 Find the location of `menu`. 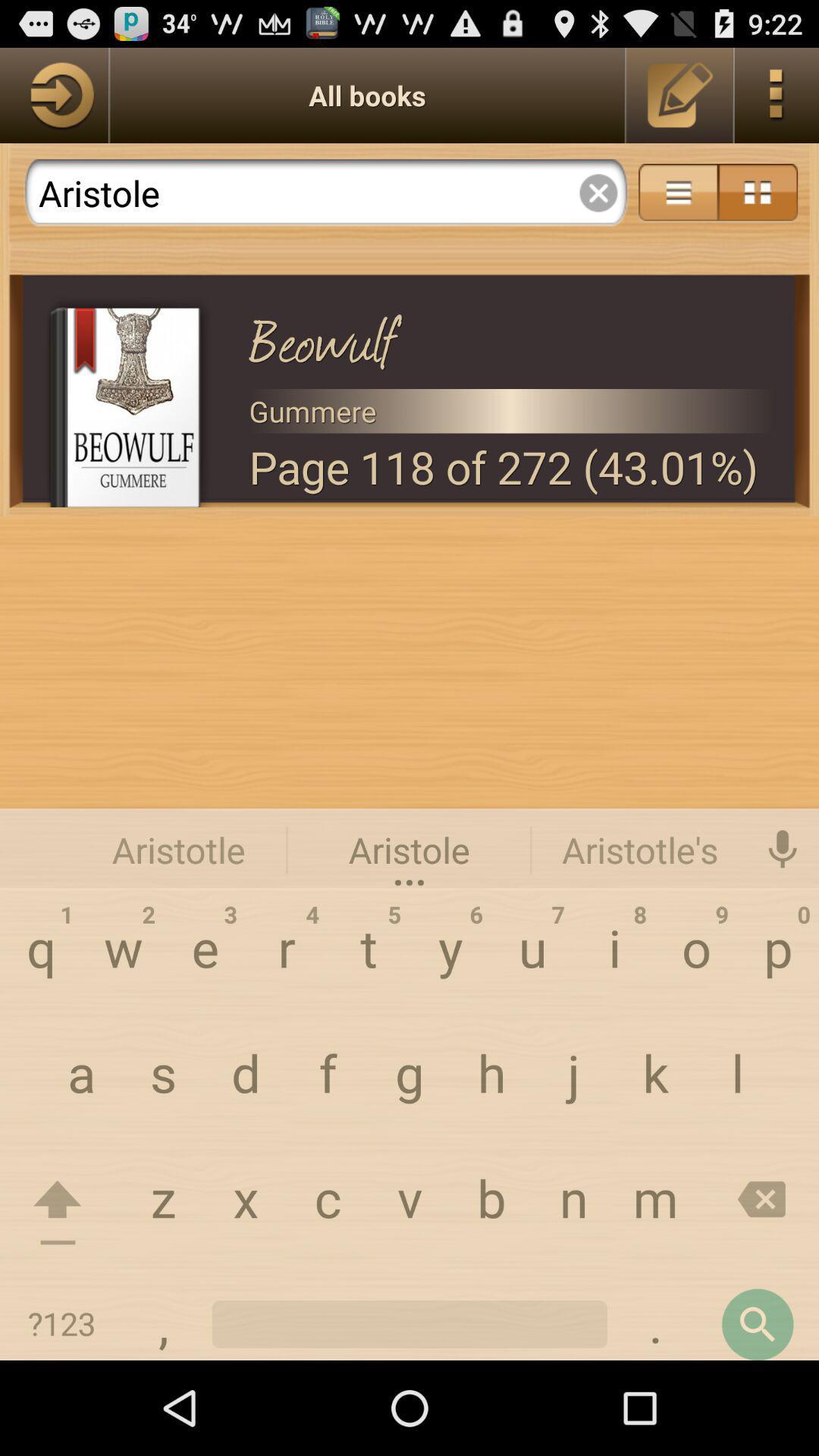

menu is located at coordinates (777, 94).